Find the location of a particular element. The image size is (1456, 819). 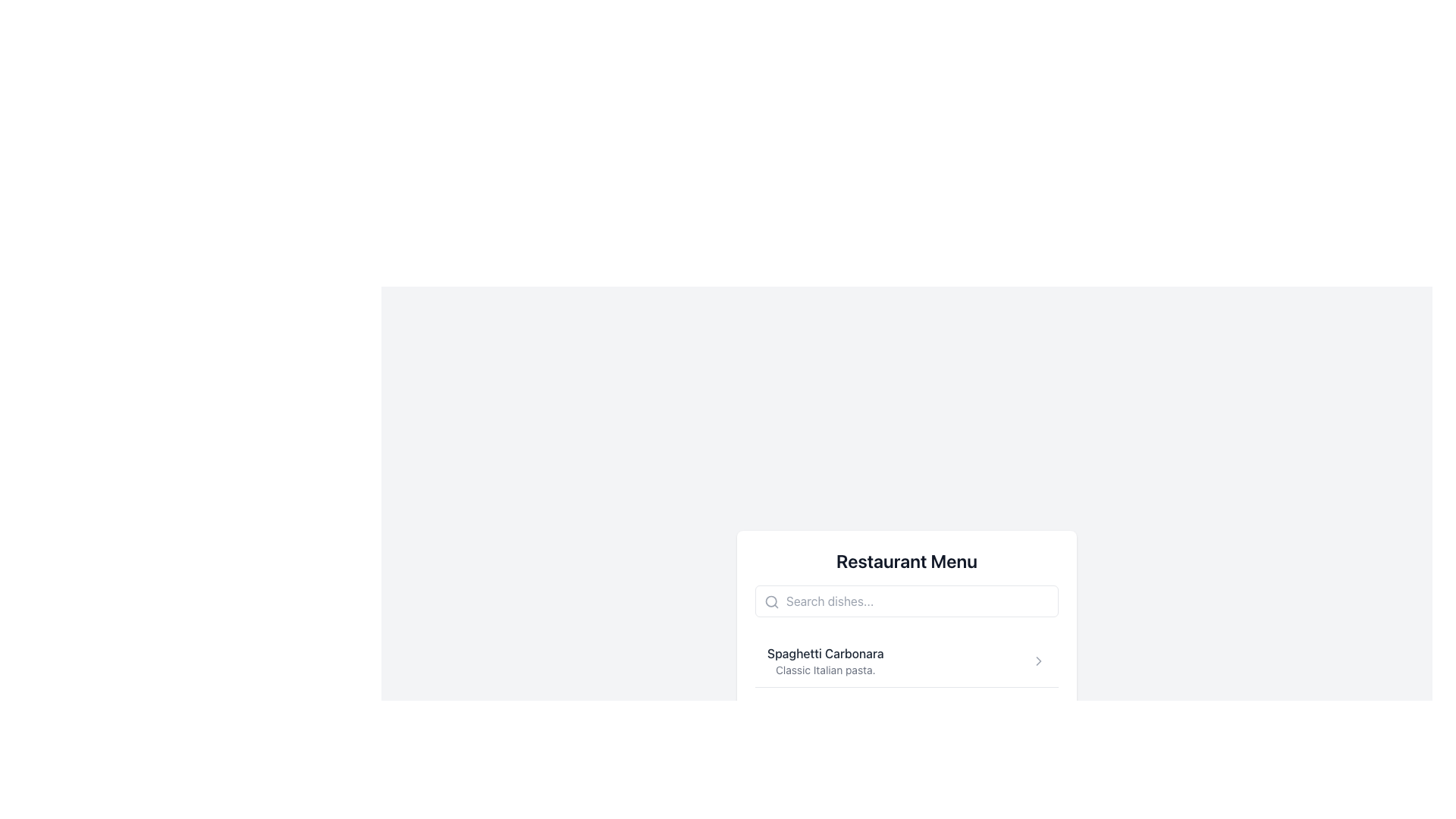

the static search icon positioned to the left of the input field for searching is located at coordinates (771, 601).